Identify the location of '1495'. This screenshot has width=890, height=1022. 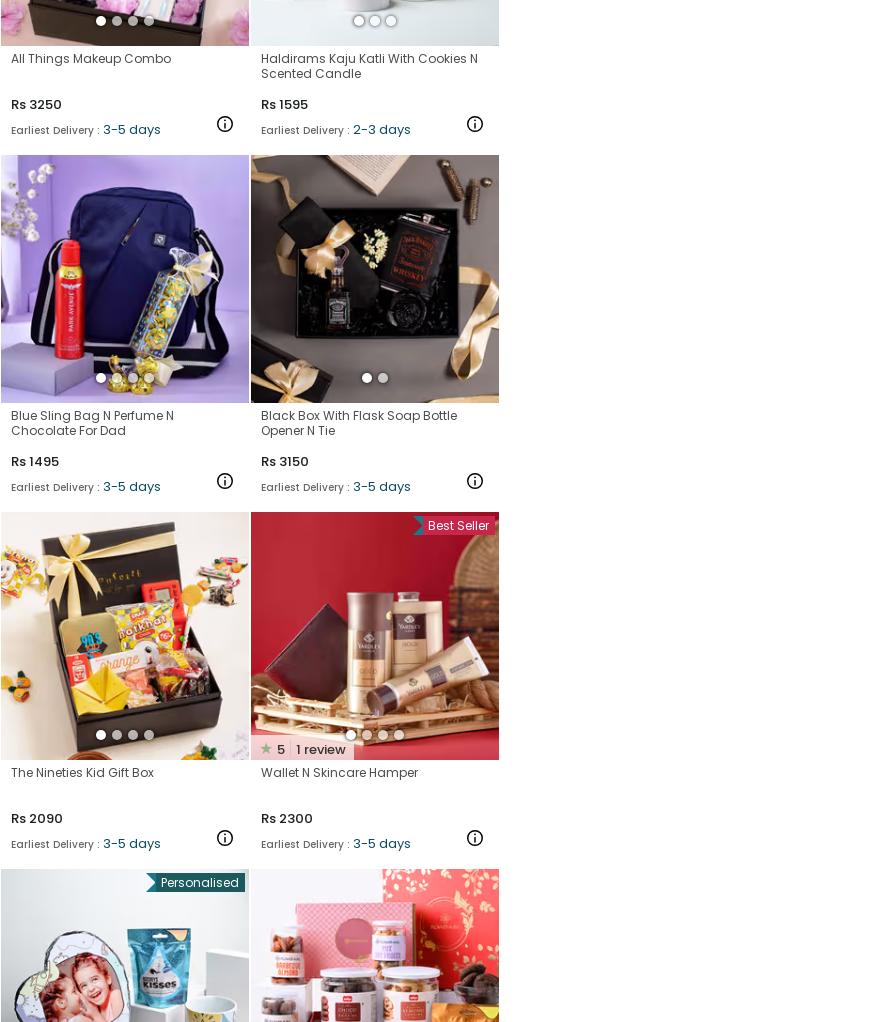
(43, 459).